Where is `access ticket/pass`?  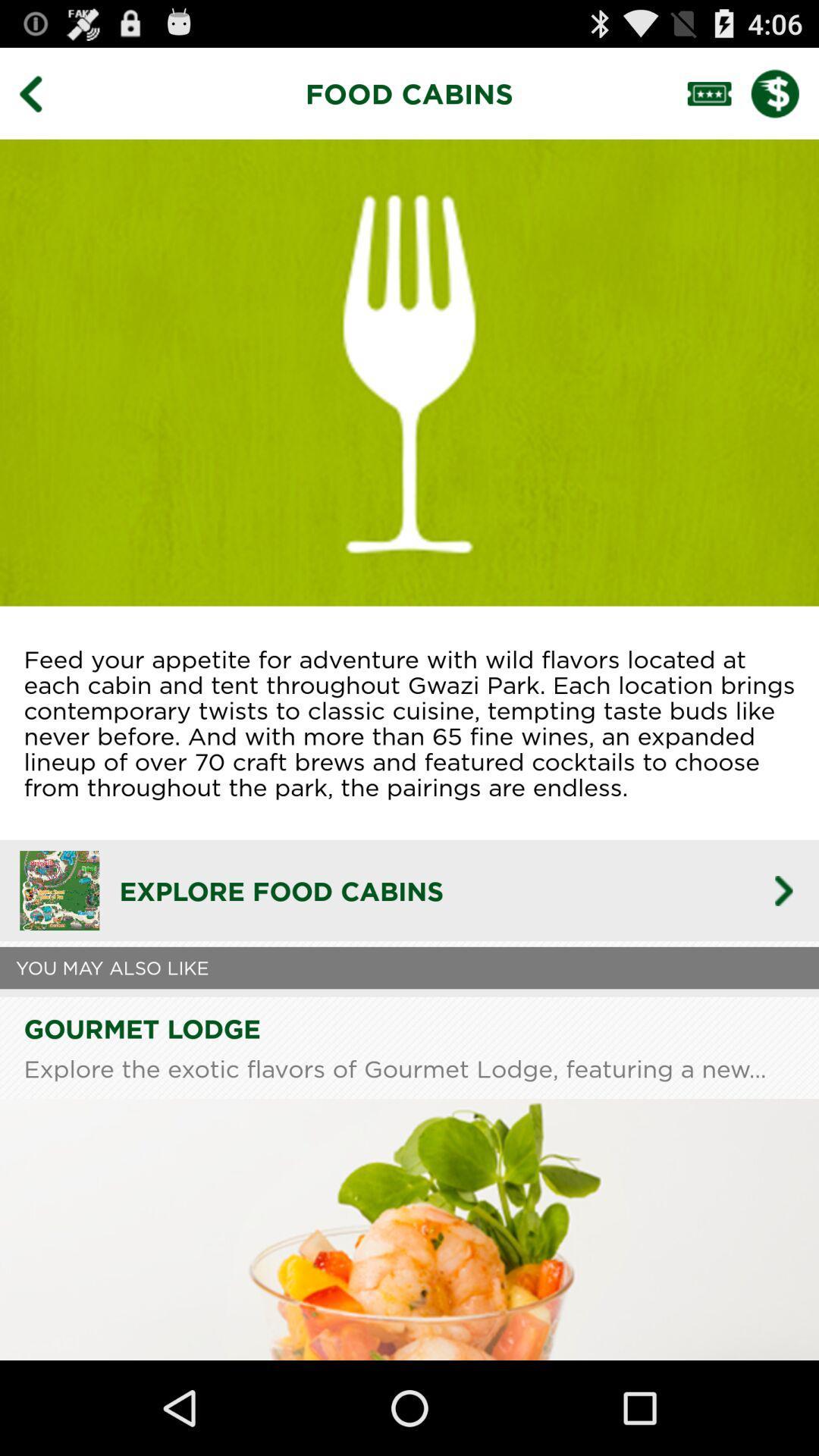 access ticket/pass is located at coordinates (718, 93).